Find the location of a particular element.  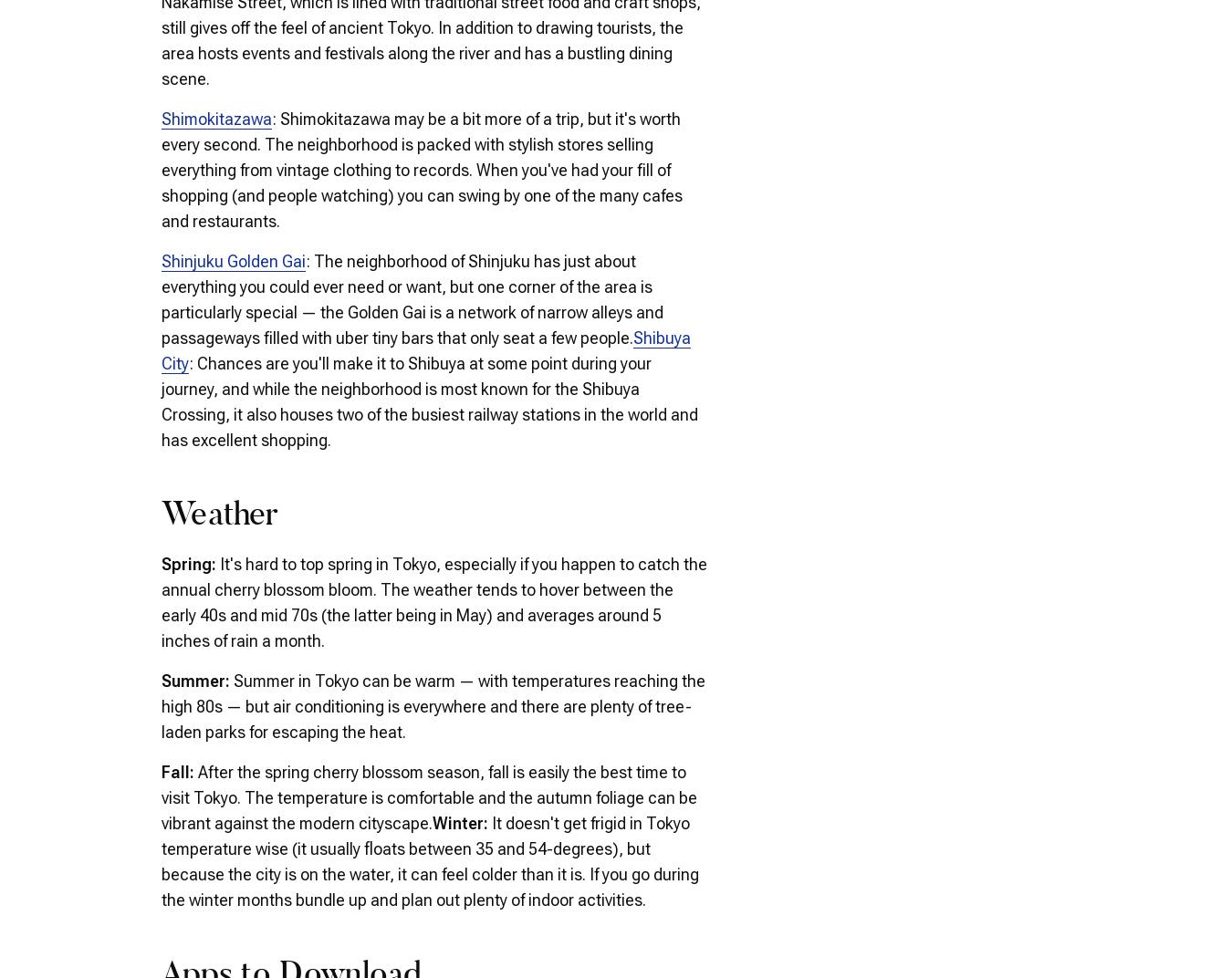

'It doesn't get frigid in Tokyo temperature wise (it usually floats between 35 and 54-degrees), but because the city is on the water, it can feel colder than it is. If you go during the winter months bundle up and plan out plenty of indoor activities.' is located at coordinates (429, 859).